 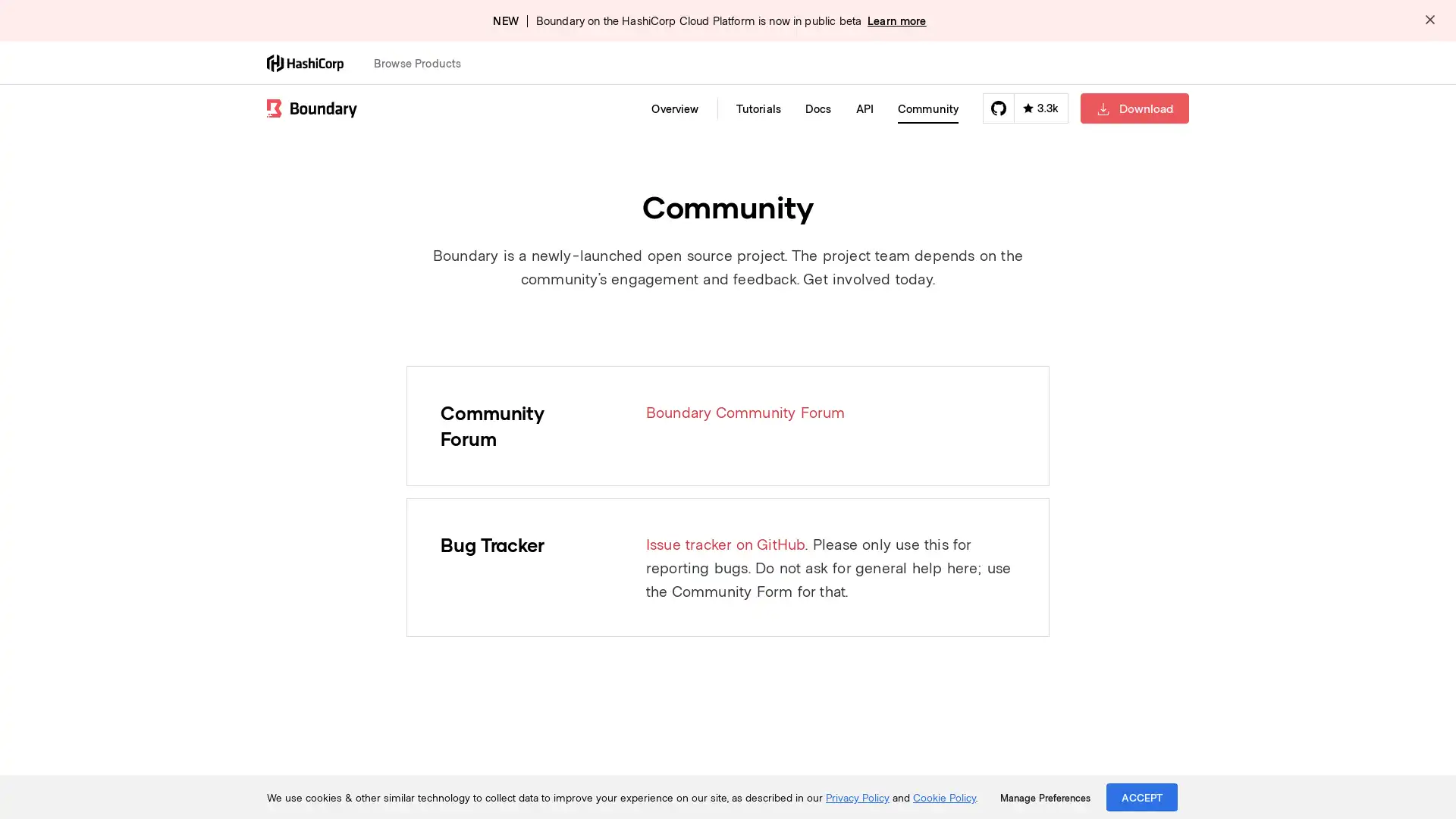 I want to click on ACCEPT, so click(x=1142, y=796).